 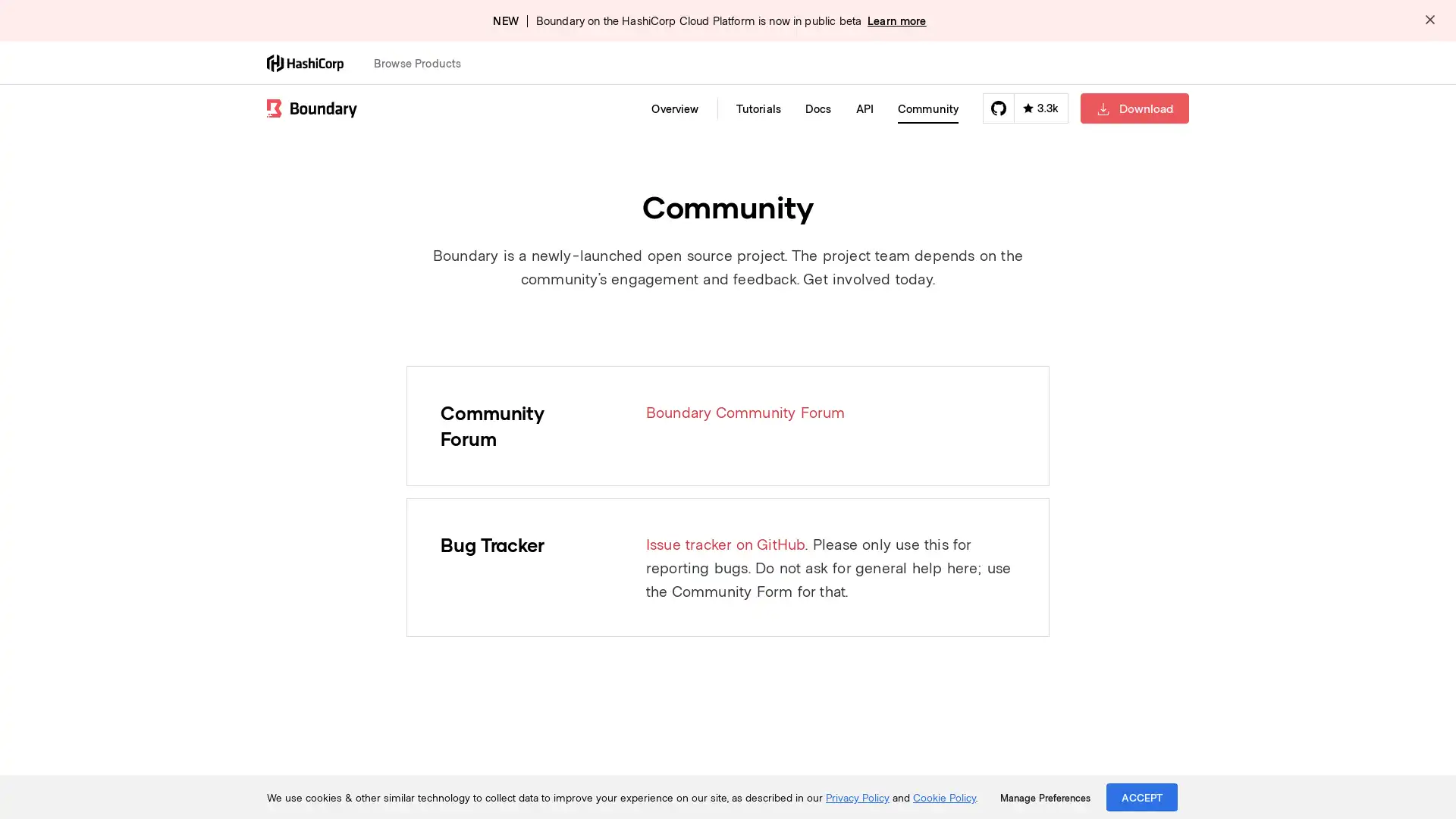 I want to click on ACCEPT, so click(x=1142, y=796).